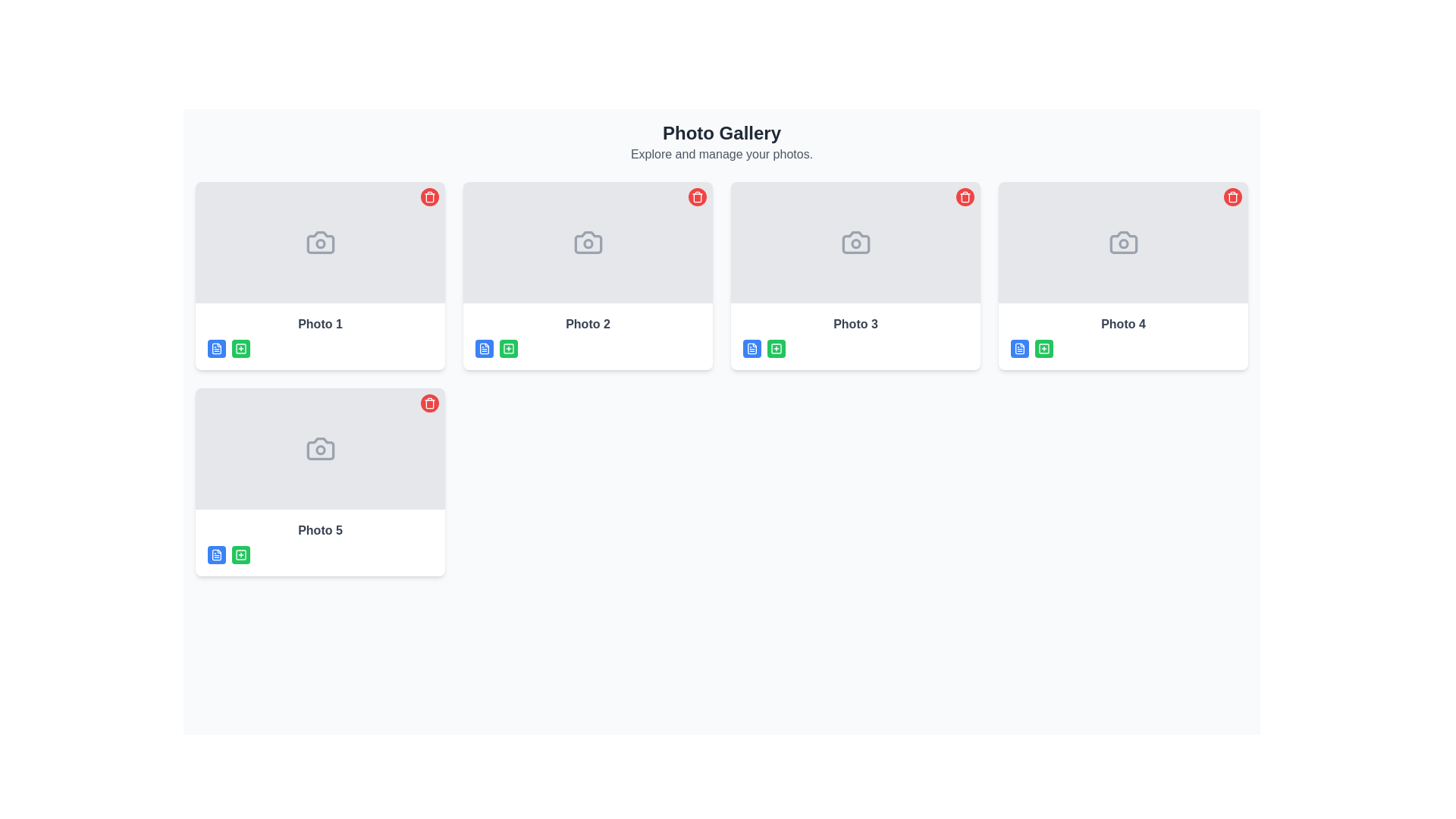 The height and width of the screenshot is (819, 1456). I want to click on the decorative SVG shape that is part of the '+' icon located at the center of the 'Photo 5' card, so click(240, 555).